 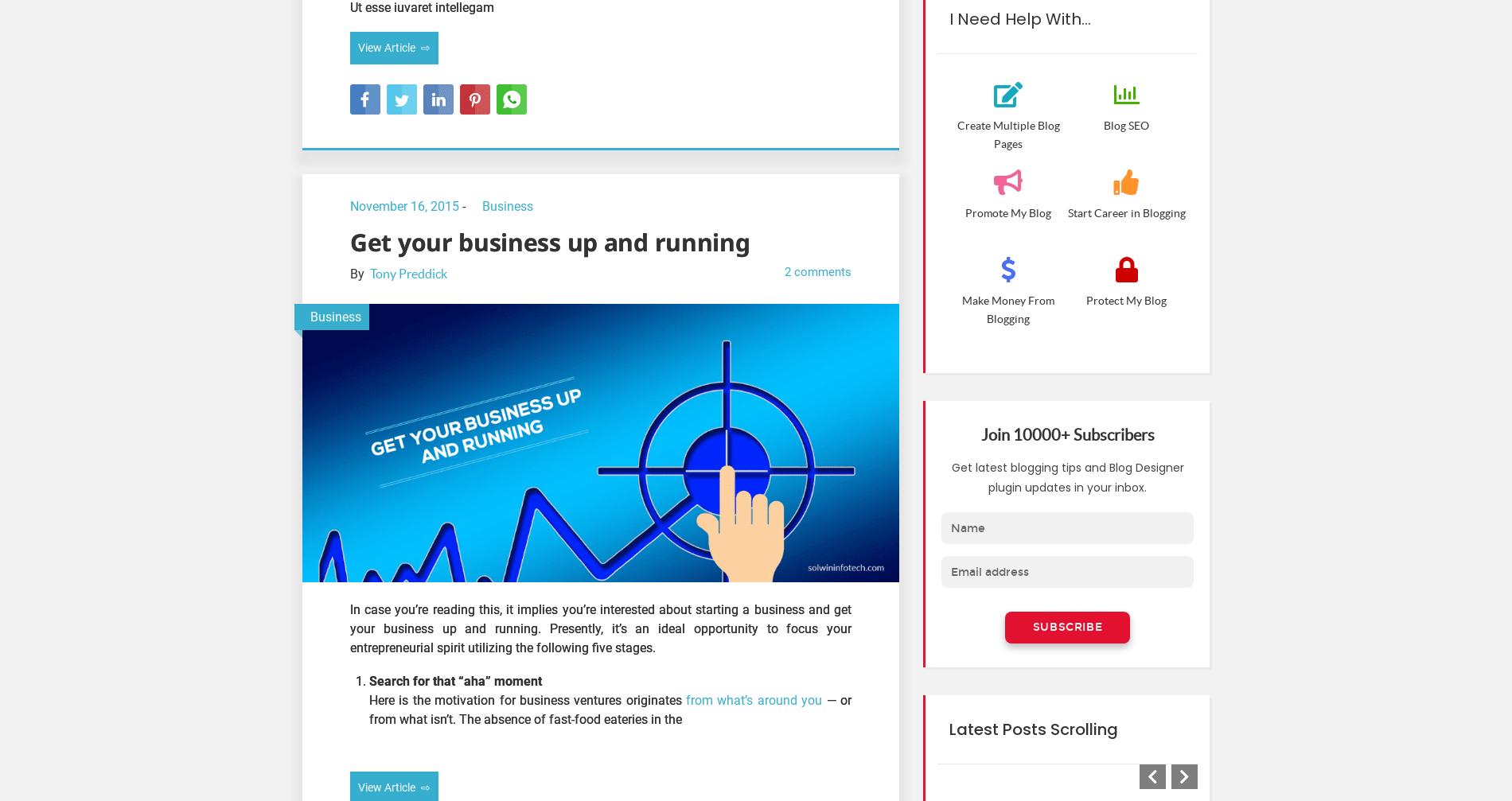 What do you see at coordinates (1033, 728) in the screenshot?
I see `'Latest Posts Scrolling'` at bounding box center [1033, 728].